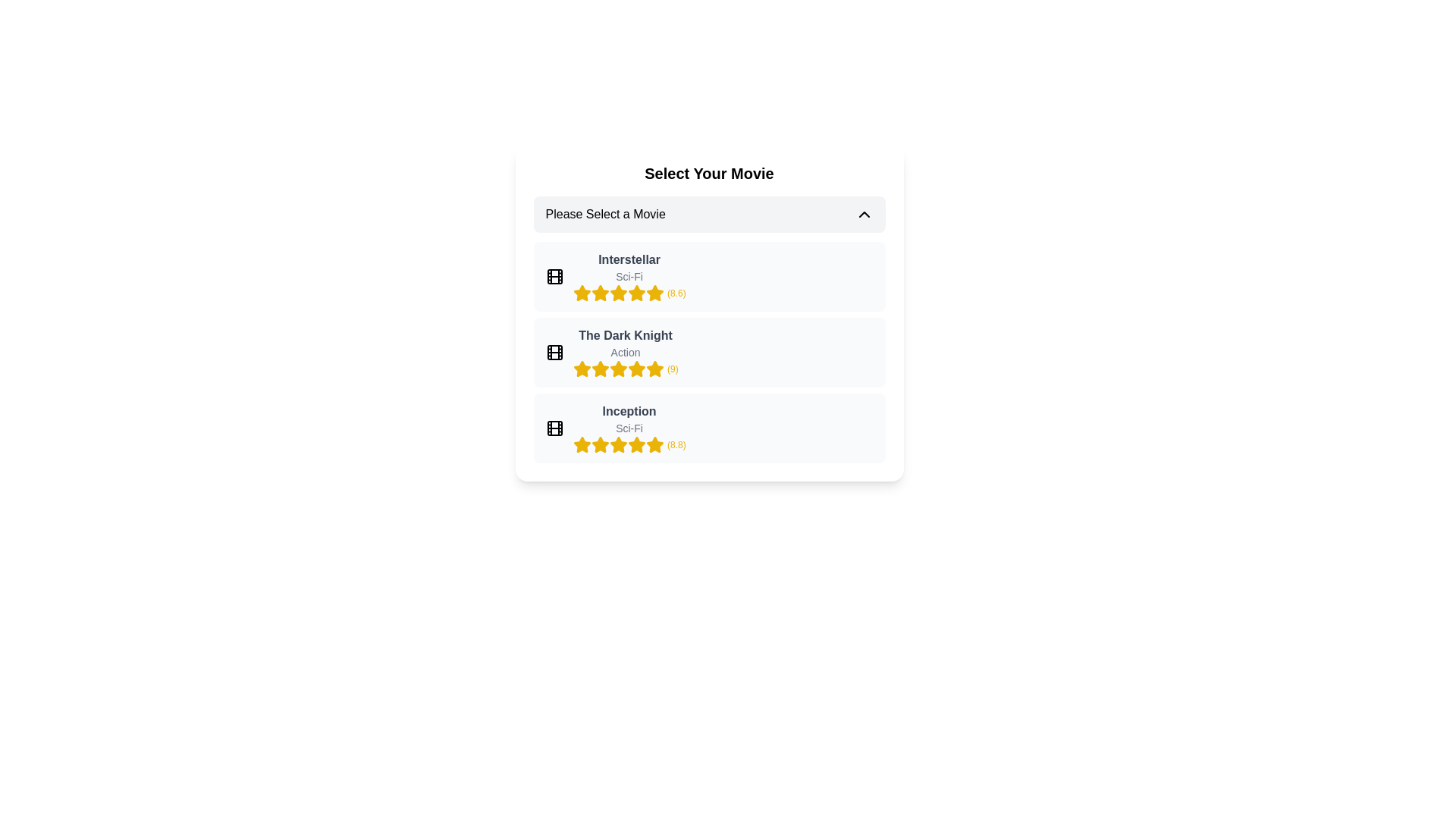  I want to click on the fifth star icon in the rating system for the movie 'Inception', which indicates the highest rating point and is located next to the score '8.8', so click(636, 444).